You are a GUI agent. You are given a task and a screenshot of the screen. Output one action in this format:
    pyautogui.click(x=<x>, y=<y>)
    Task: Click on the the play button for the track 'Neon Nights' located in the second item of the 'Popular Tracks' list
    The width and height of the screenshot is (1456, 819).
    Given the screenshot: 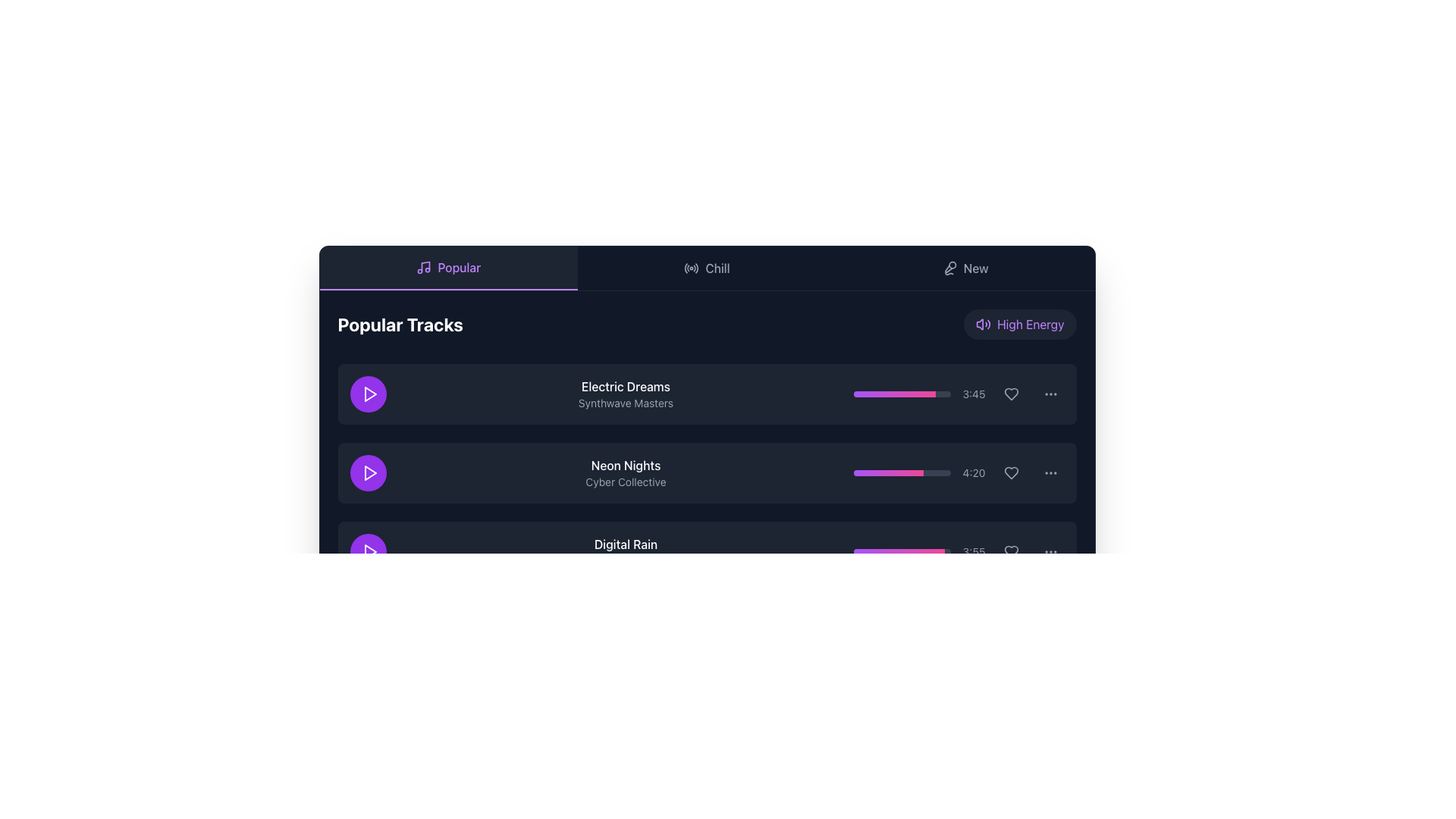 What is the action you would take?
    pyautogui.click(x=370, y=472)
    